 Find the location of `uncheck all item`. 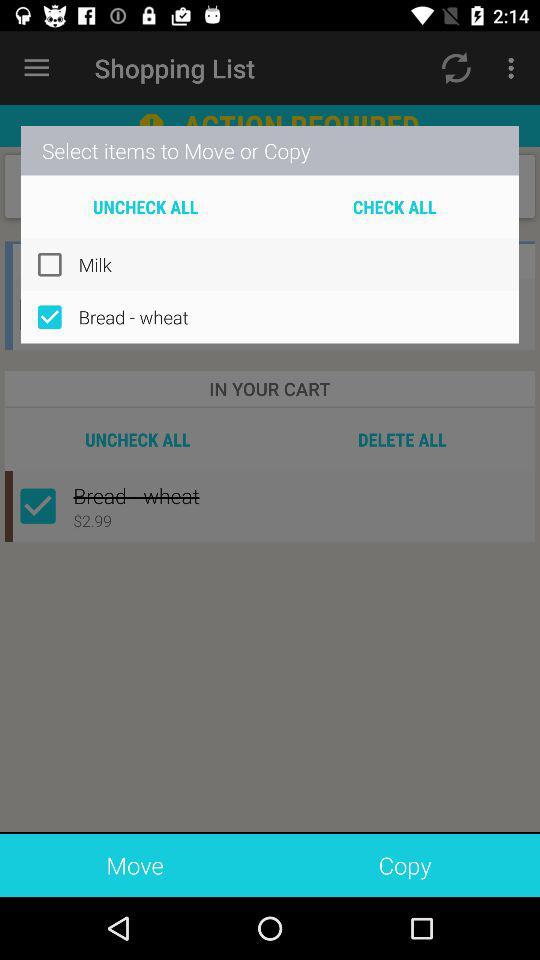

uncheck all item is located at coordinates (144, 206).